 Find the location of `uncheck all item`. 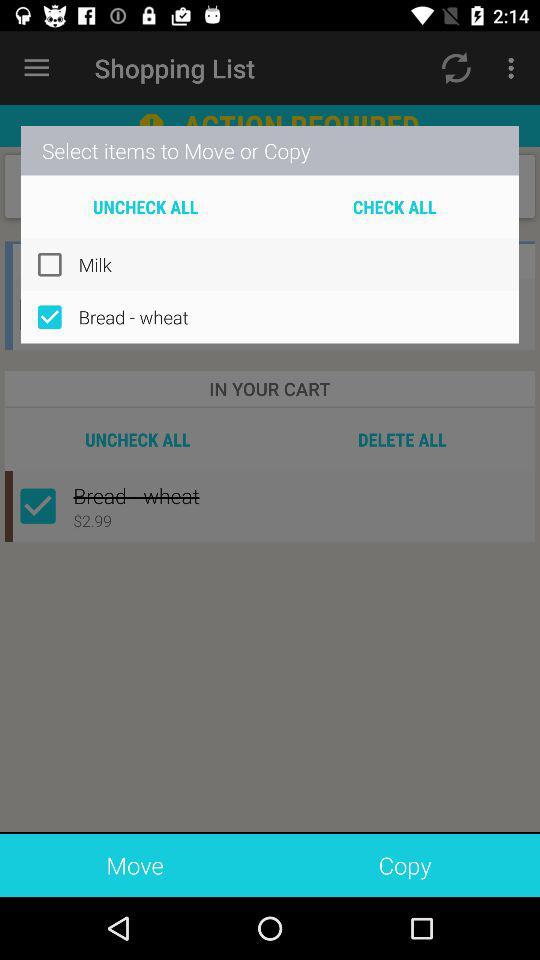

uncheck all item is located at coordinates (144, 206).